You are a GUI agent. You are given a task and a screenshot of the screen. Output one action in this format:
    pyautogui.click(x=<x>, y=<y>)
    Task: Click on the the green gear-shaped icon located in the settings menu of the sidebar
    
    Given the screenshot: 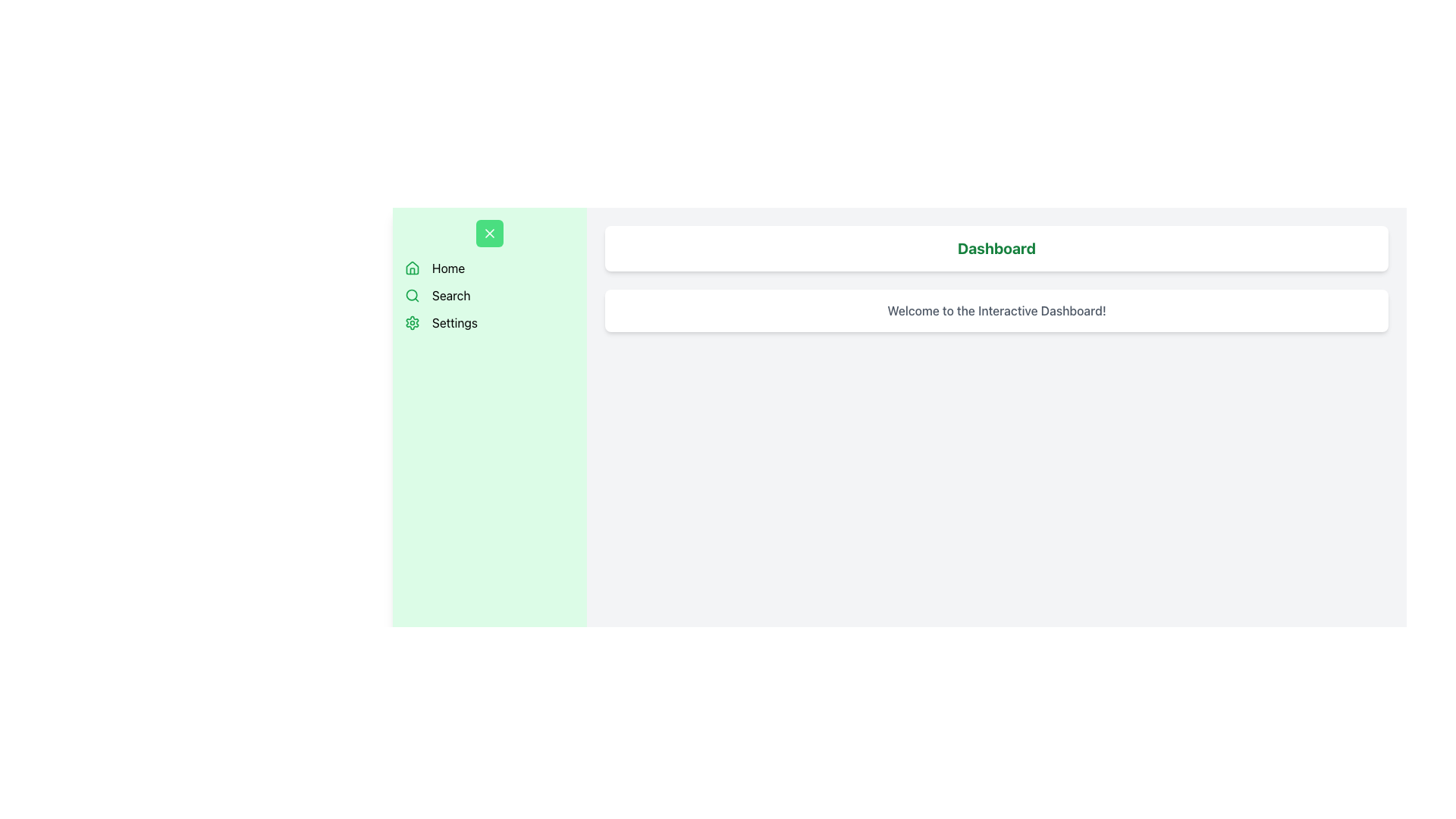 What is the action you would take?
    pyautogui.click(x=412, y=322)
    